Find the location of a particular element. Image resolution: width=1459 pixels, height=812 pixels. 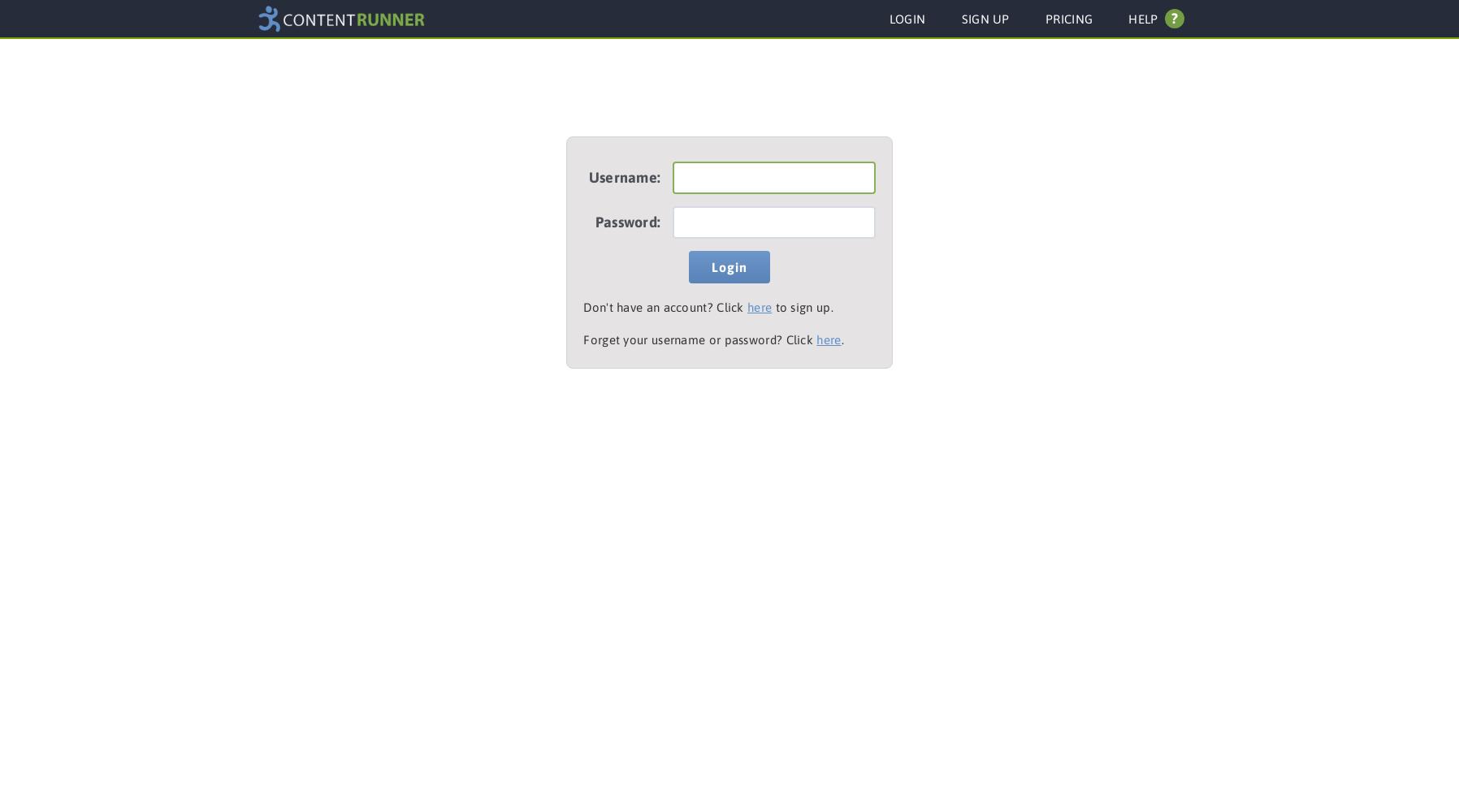

'Forget your username or password?  Click' is located at coordinates (699, 339).